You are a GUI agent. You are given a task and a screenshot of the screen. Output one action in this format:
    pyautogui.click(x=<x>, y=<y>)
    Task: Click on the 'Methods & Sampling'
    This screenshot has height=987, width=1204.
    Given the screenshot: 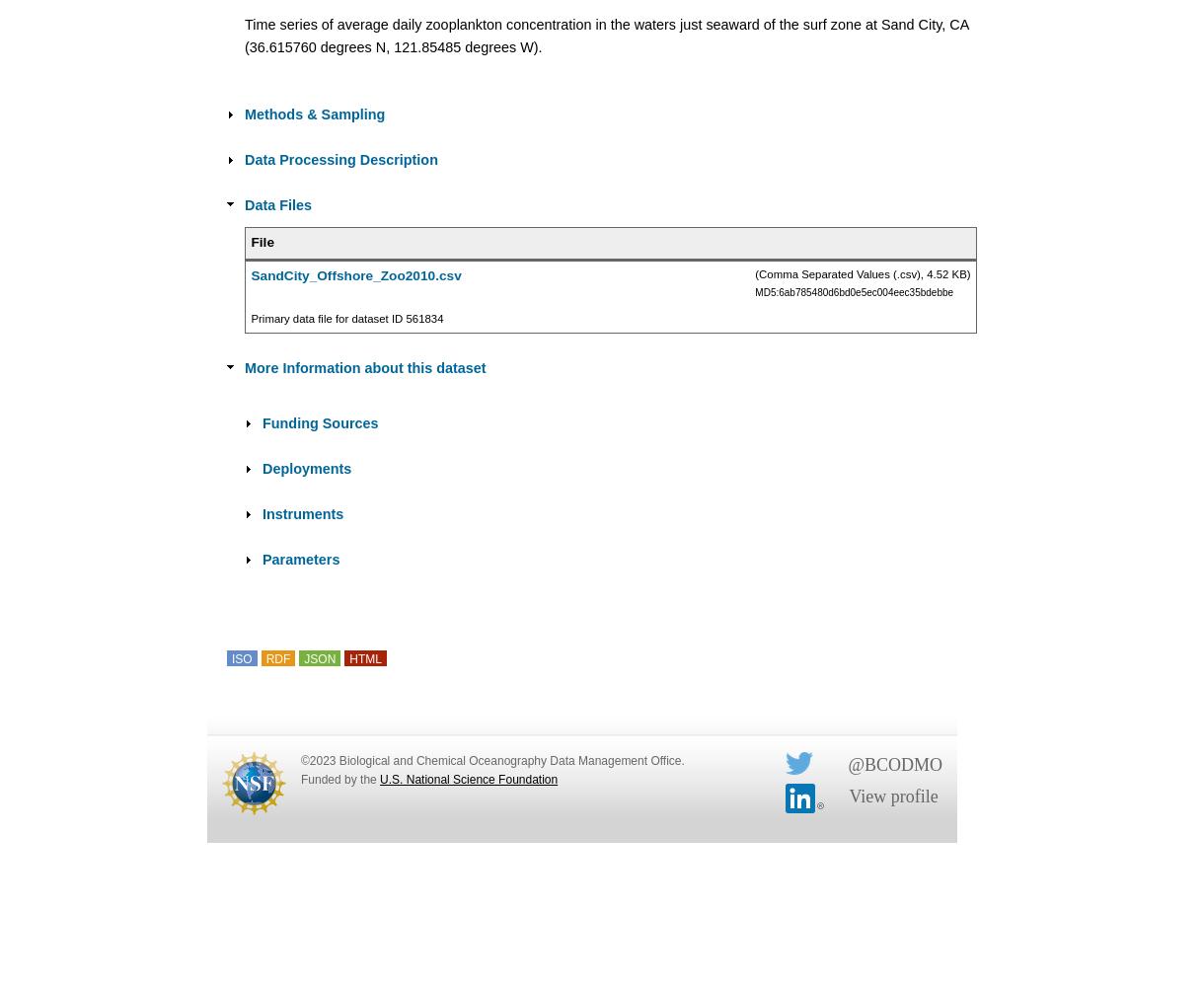 What is the action you would take?
    pyautogui.click(x=315, y=113)
    